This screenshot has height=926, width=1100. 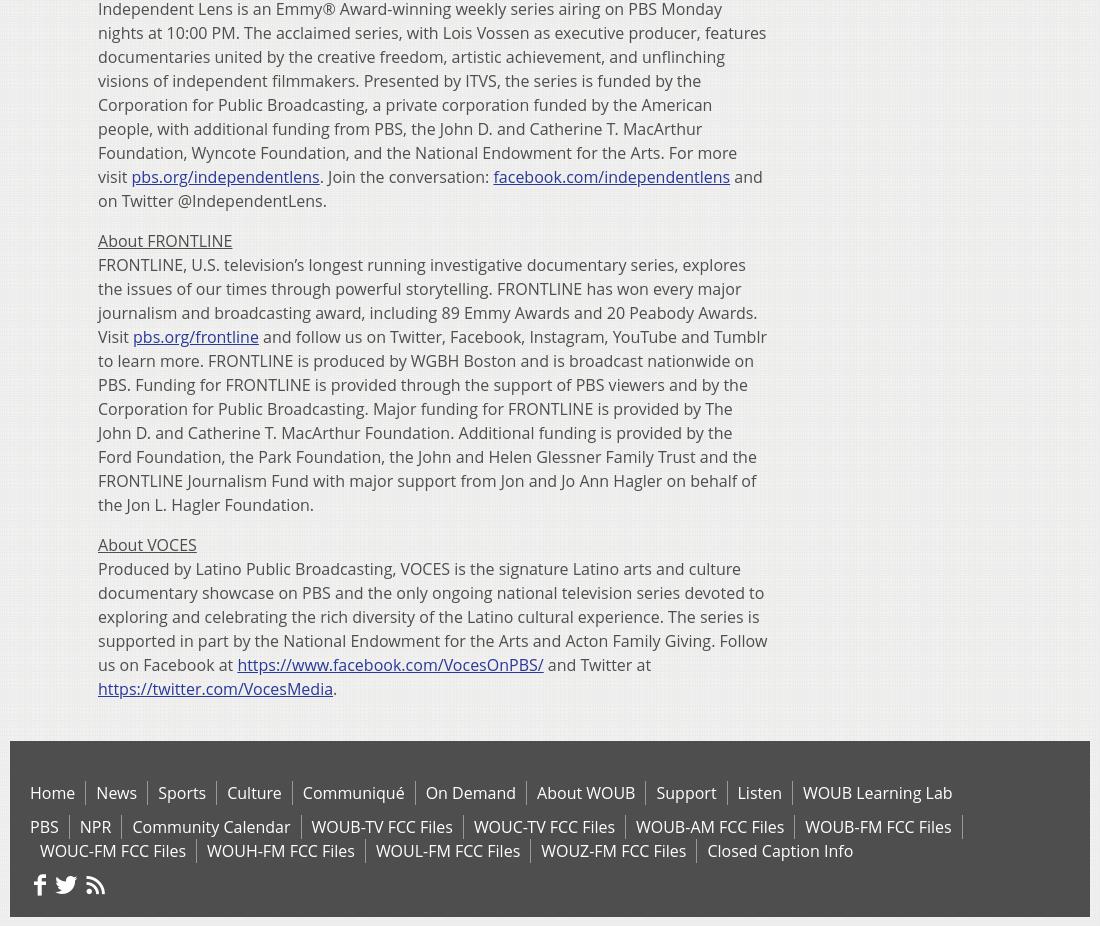 I want to click on 'Produced by Latino Public Broadcasting, VOCES is the signature Latino arts and culture documentary showcase on PBS and the only ongoing national television series devoted to exploring and celebrating the rich diversity of the Latino cultural experience. The series is supported in part by the National Endowment for the Arts and Acton Family Giving. Follow us on Facebook at', so click(x=98, y=614).